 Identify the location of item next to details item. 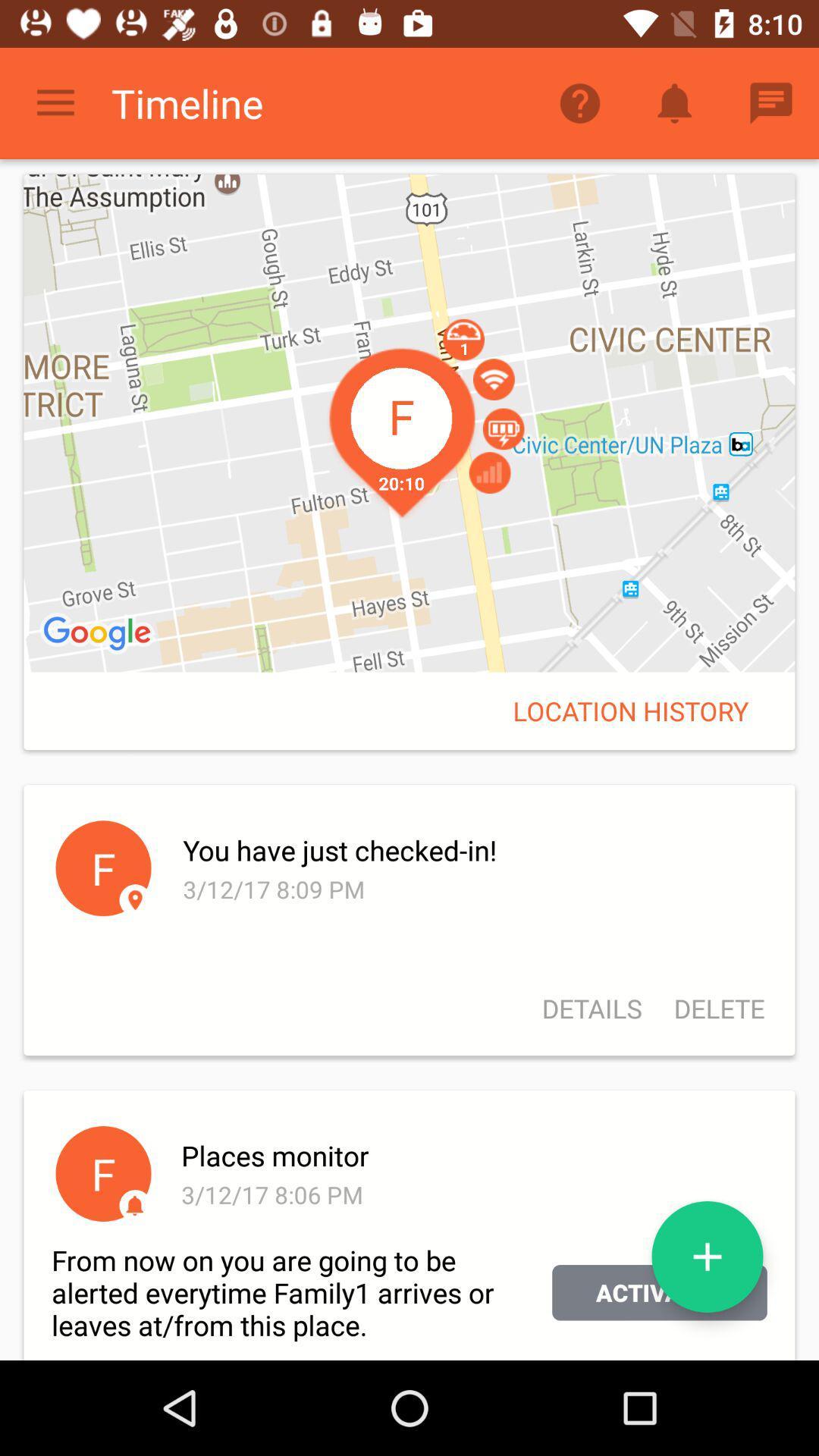
(711, 1009).